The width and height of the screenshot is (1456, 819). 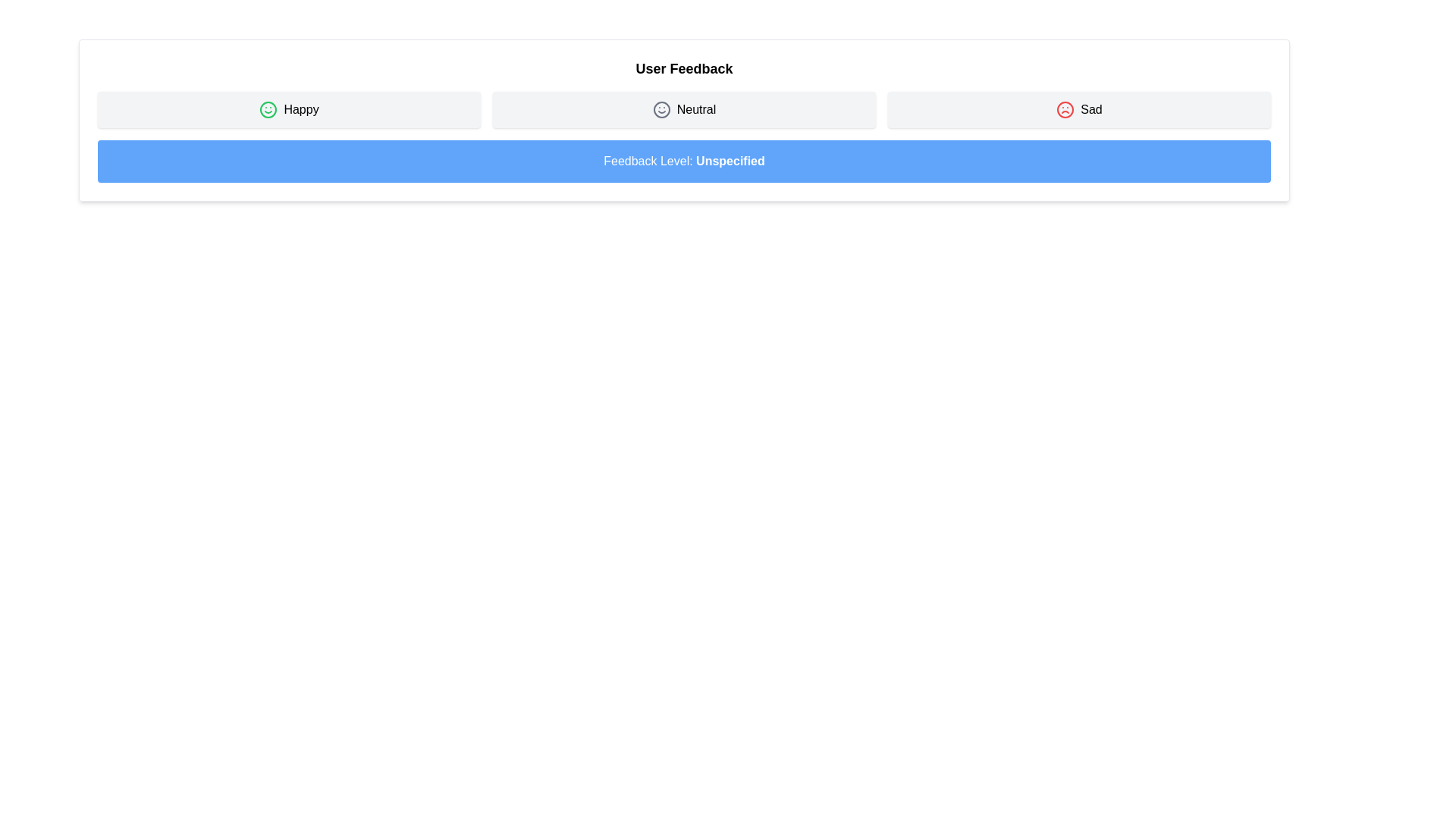 I want to click on the circular sad face icon with a red color scheme, located within the 'Sad' button, positioned at the far right of the top feedback row, so click(x=1065, y=109).